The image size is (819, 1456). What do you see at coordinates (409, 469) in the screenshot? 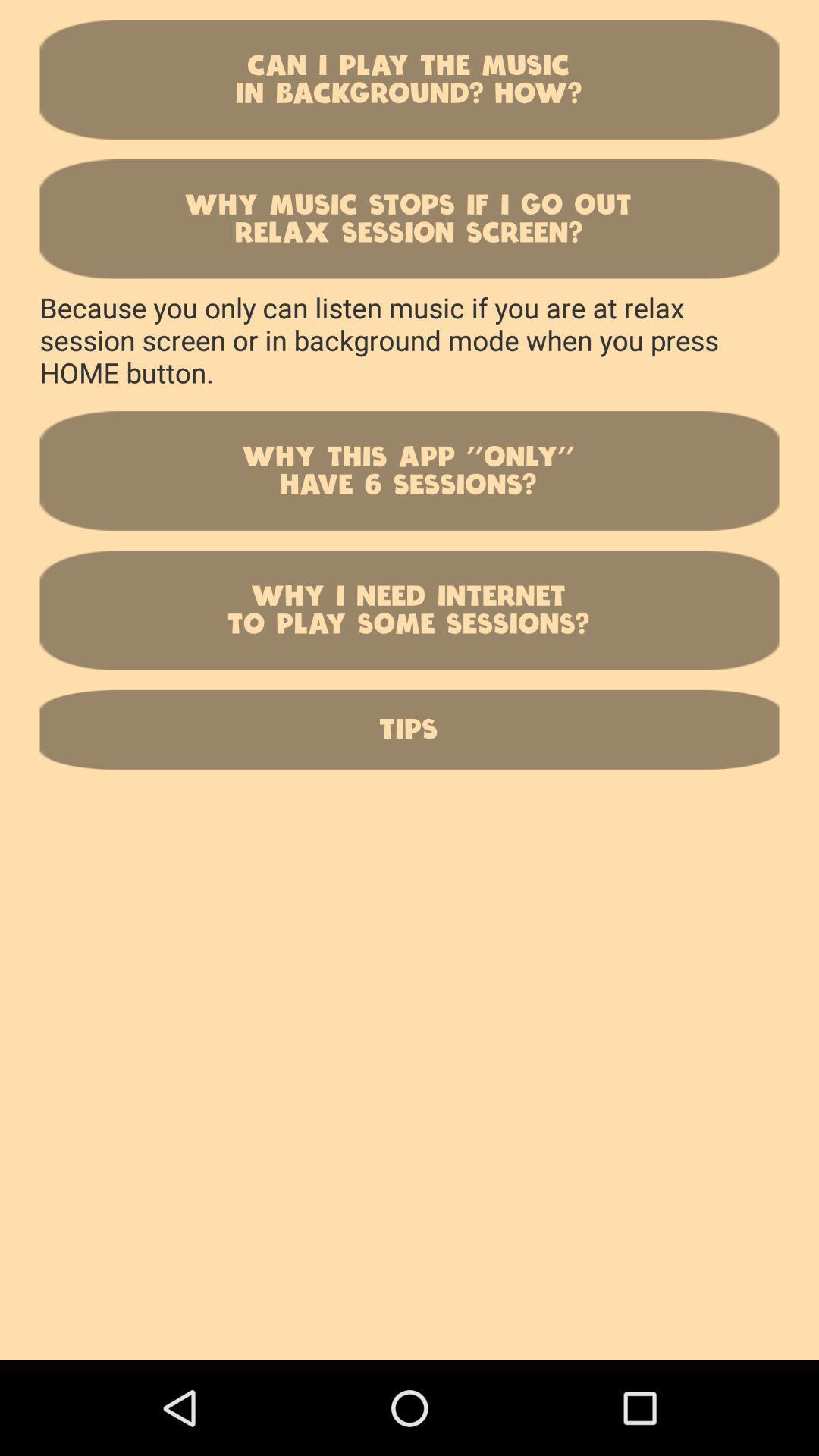
I see `why this app item` at bounding box center [409, 469].